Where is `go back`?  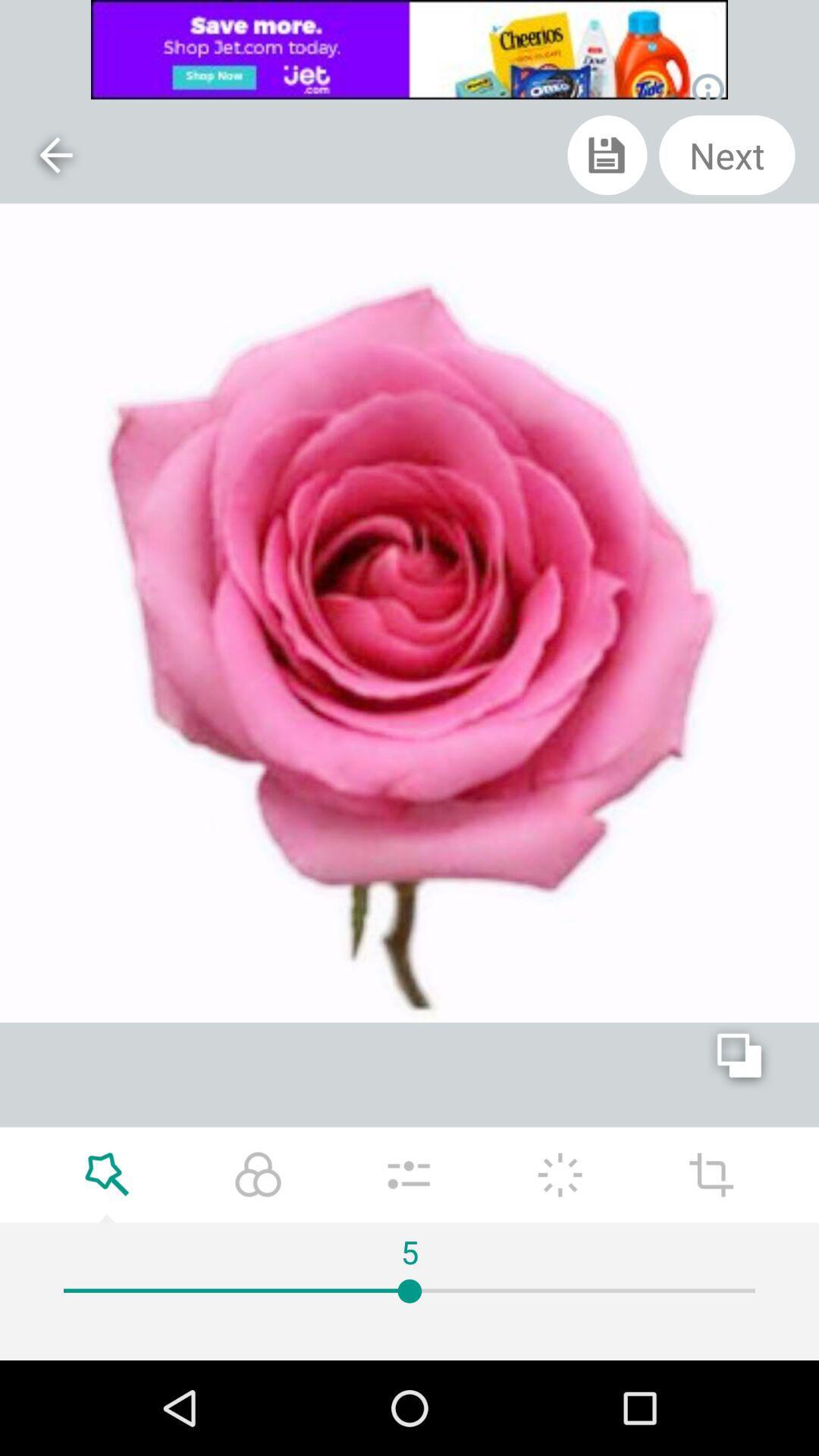
go back is located at coordinates (55, 155).